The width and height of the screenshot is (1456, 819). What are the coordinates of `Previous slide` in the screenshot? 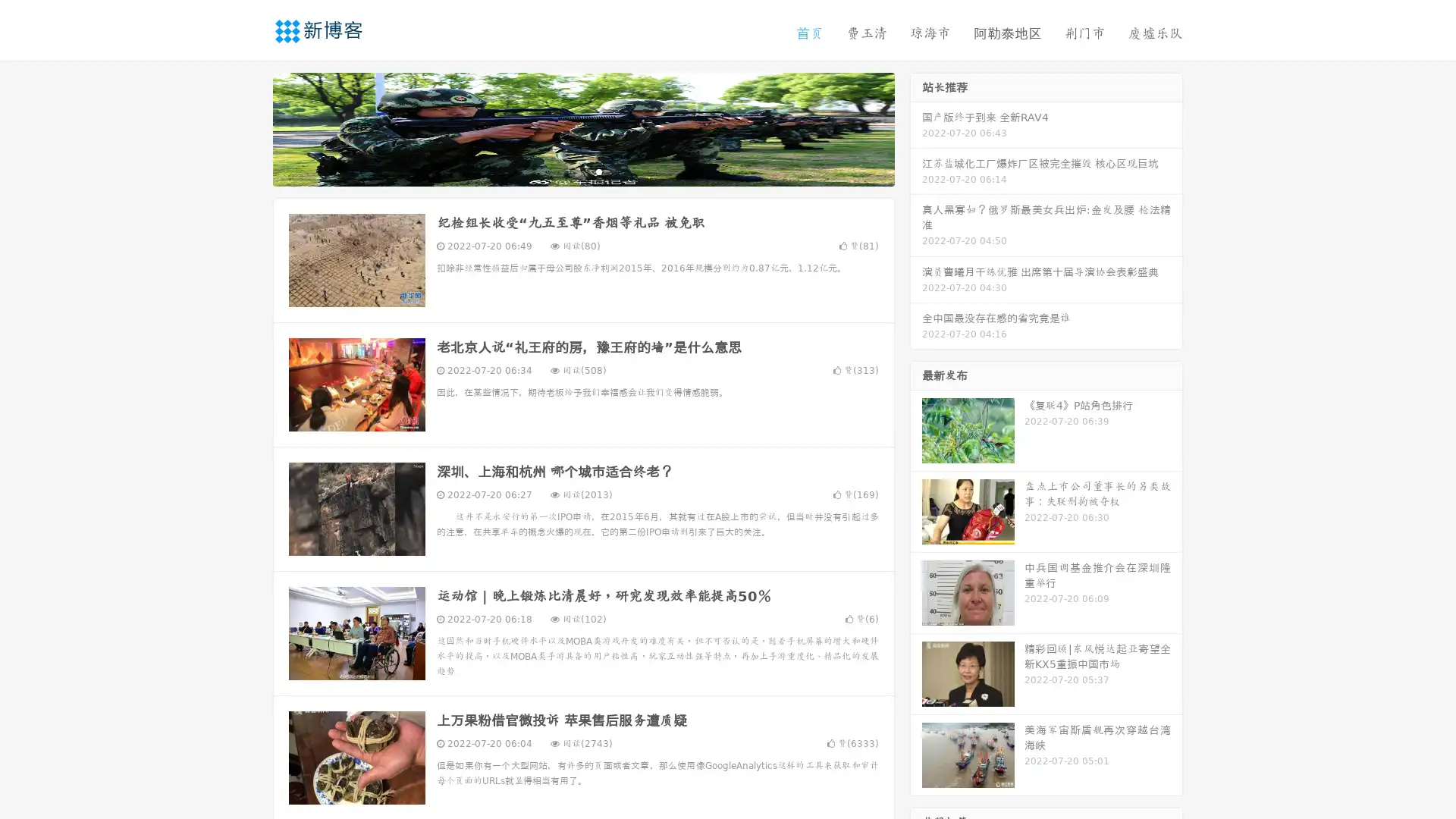 It's located at (250, 127).